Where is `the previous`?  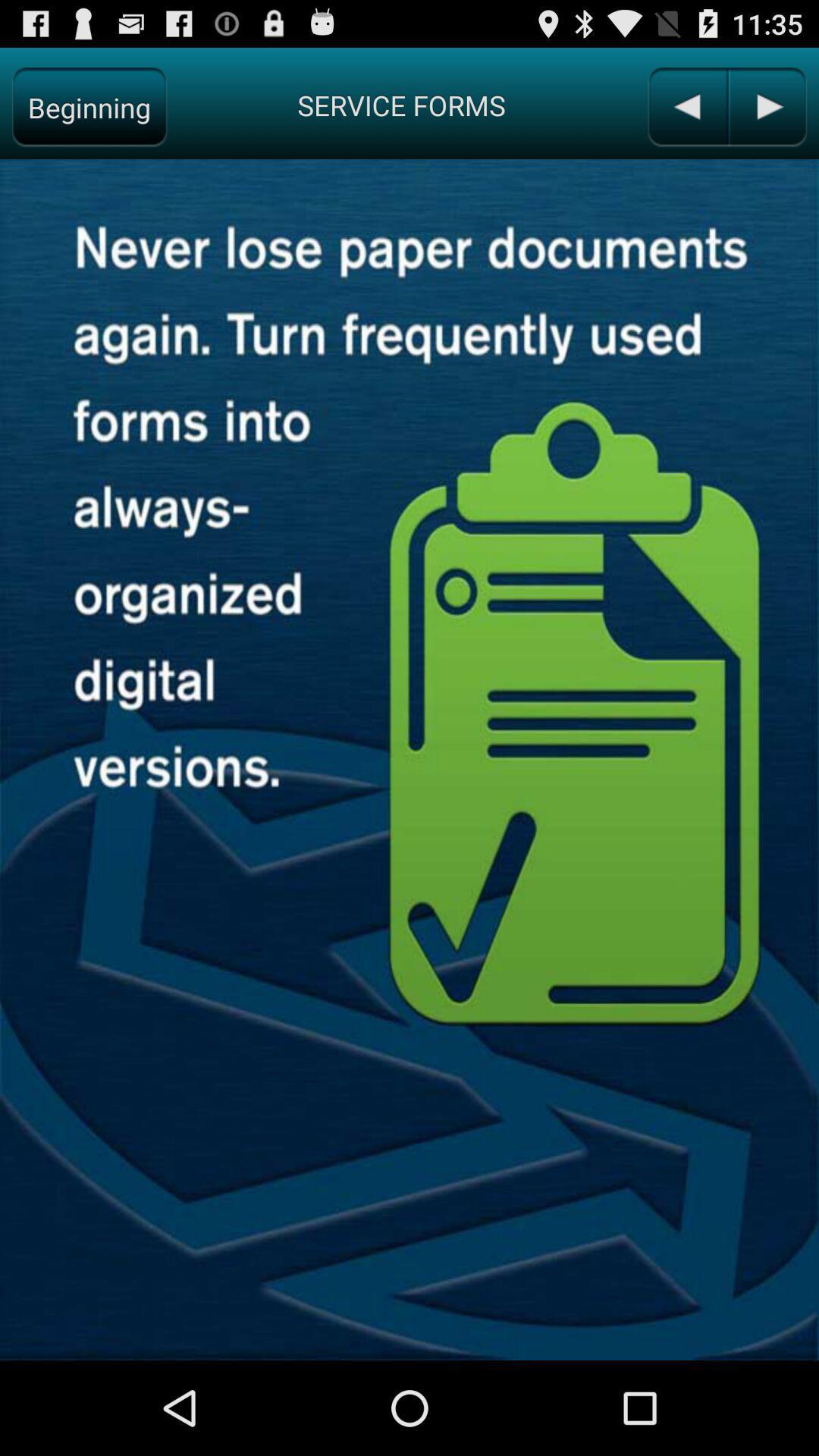
the previous is located at coordinates (687, 106).